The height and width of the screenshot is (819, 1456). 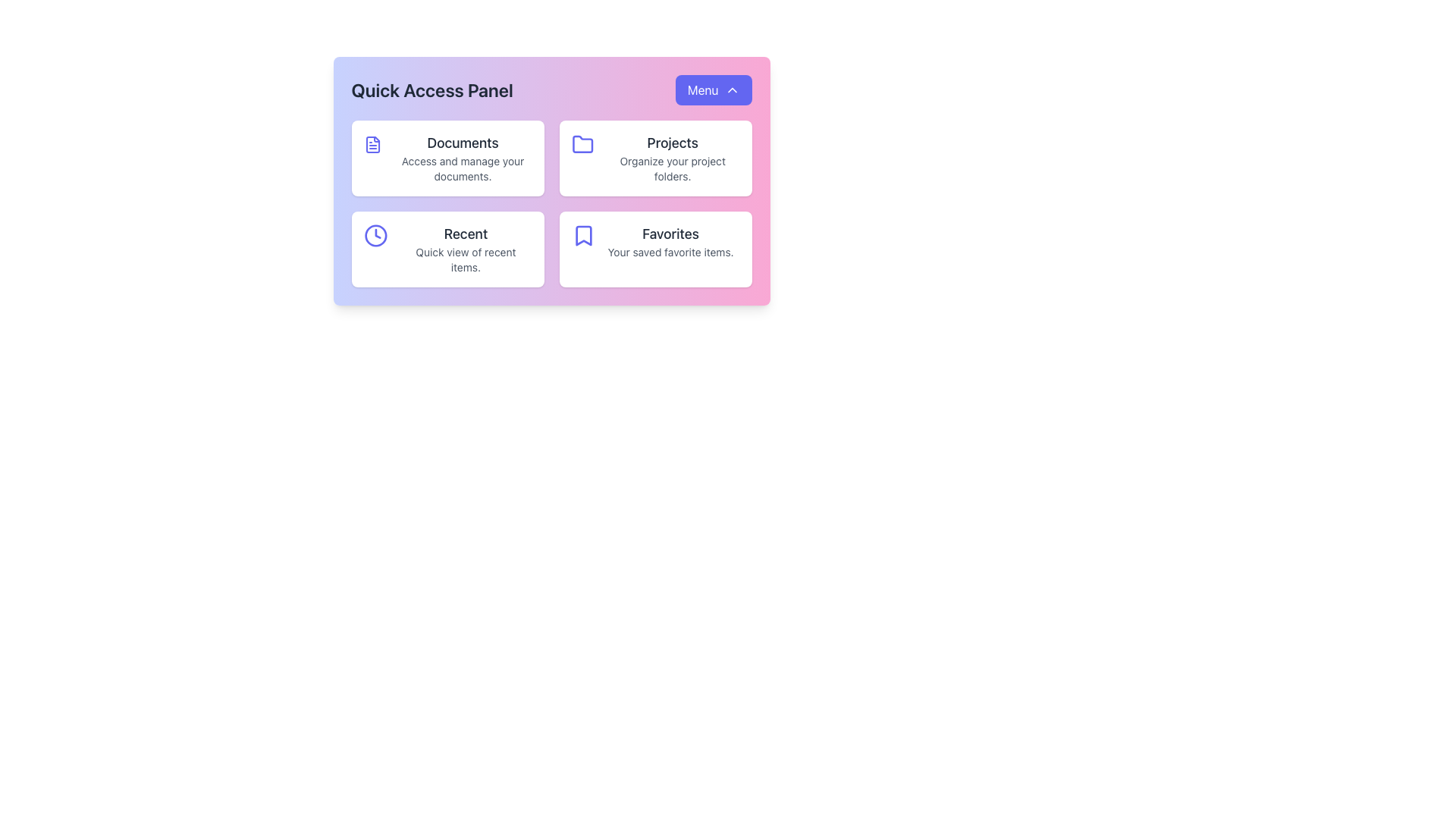 I want to click on the Interactive Card titled 'Projects', which features a folder icon on the left and a description below, located in the top-right corner of the Quick Access Panel, so click(x=655, y=158).